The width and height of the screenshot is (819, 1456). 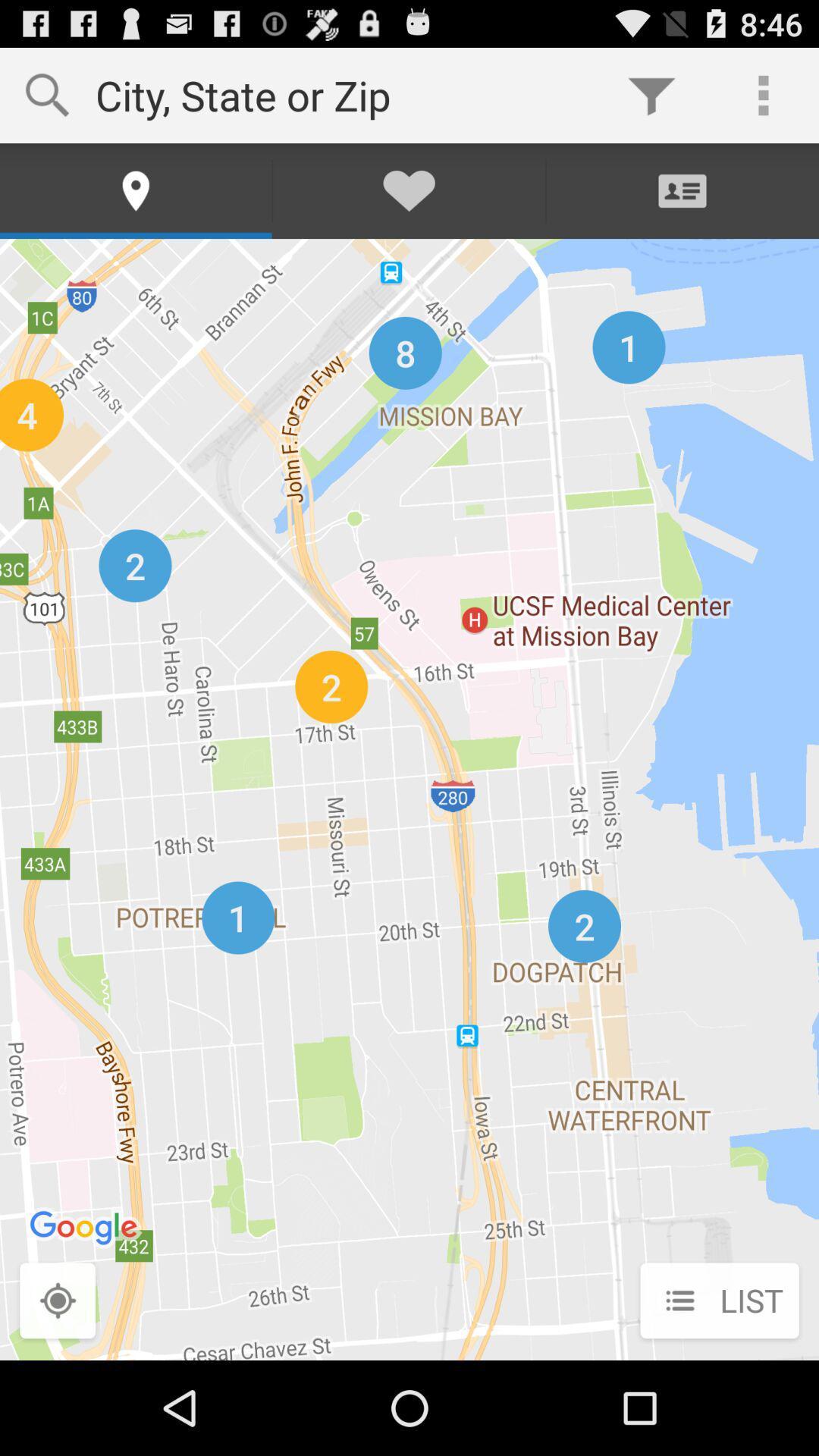 I want to click on the location_crosshair icon, so click(x=57, y=1394).